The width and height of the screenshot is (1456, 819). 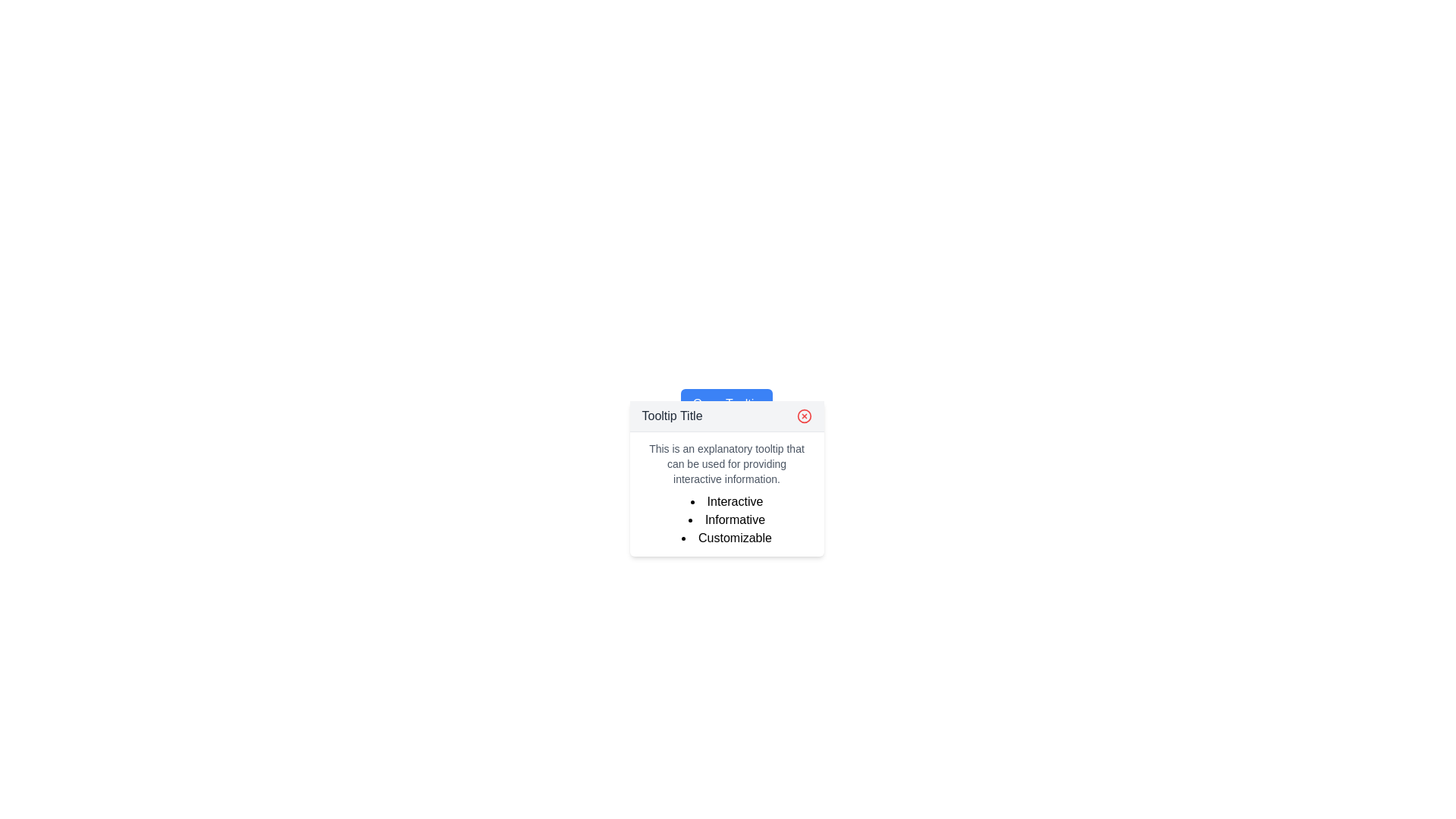 What do you see at coordinates (726, 537) in the screenshot?
I see `the third item in the bulleted list of the tooltip, which serves as a textual descriptor indicating a feature or characteristic` at bounding box center [726, 537].